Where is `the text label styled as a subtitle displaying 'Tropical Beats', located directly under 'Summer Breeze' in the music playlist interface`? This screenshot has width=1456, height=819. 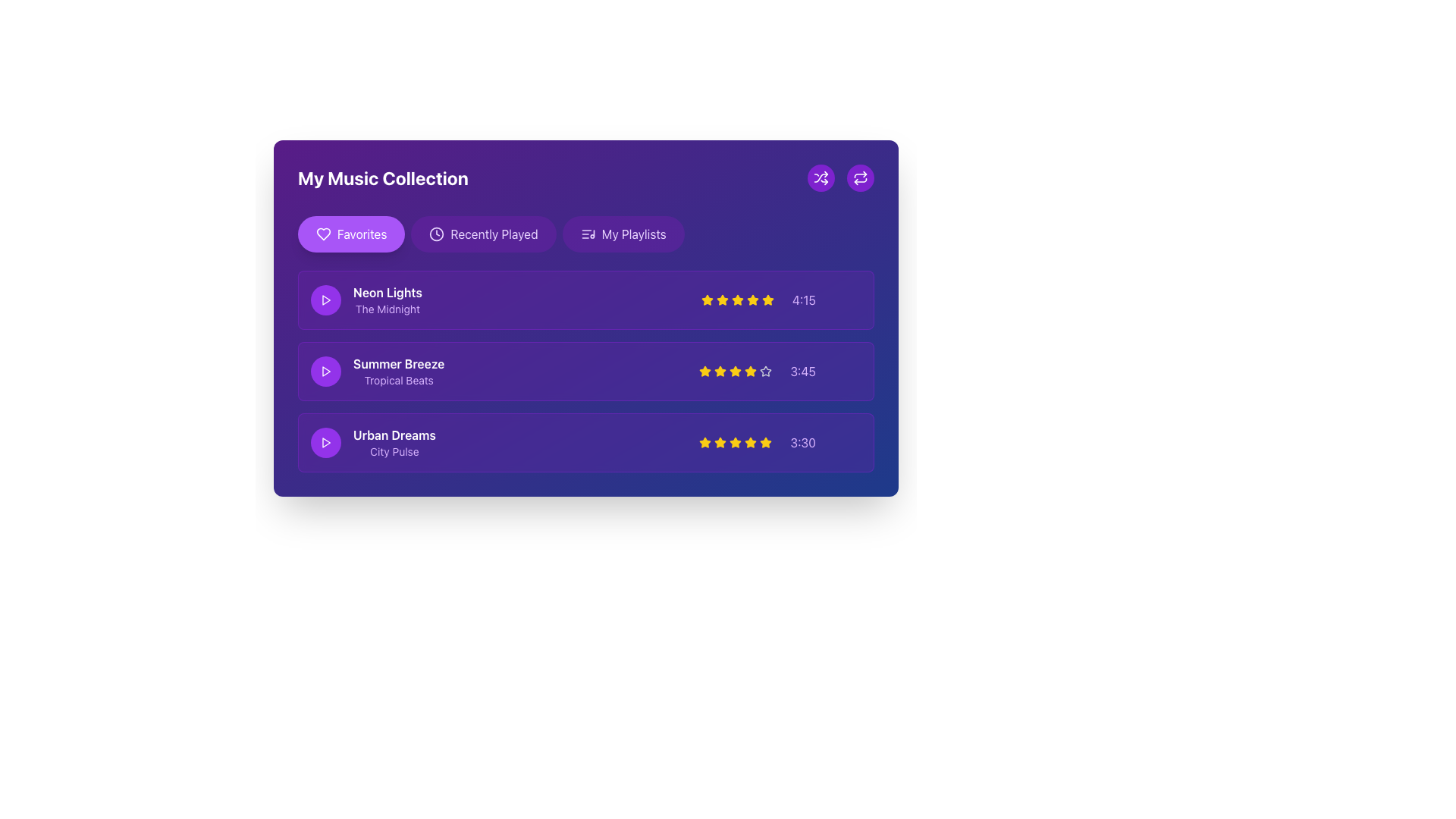 the text label styled as a subtitle displaying 'Tropical Beats', located directly under 'Summer Breeze' in the music playlist interface is located at coordinates (399, 379).